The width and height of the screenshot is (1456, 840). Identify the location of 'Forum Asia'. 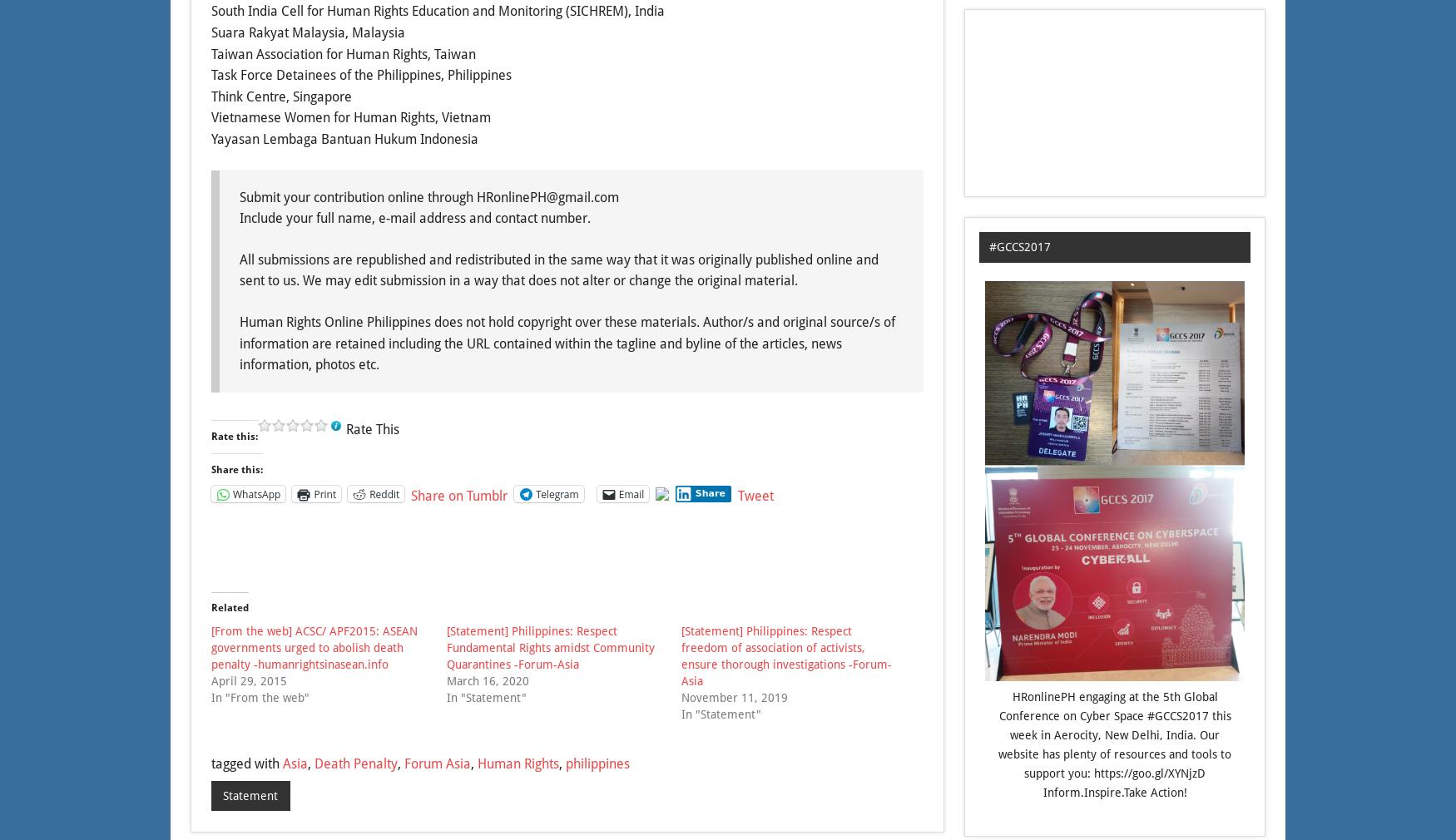
(437, 763).